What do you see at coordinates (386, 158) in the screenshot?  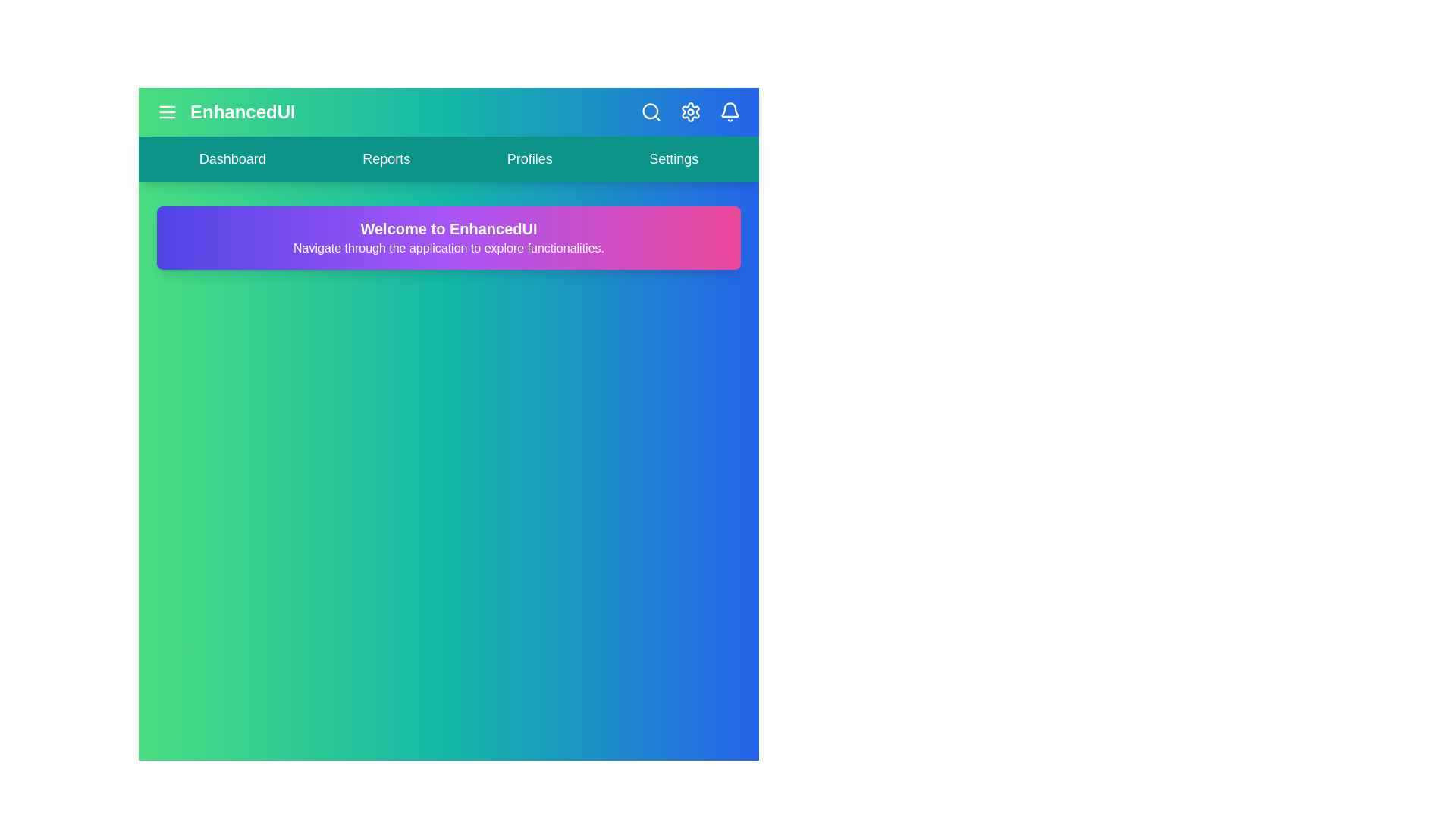 I see `the navigation link labeled 'Reports' to preview its hover effect` at bounding box center [386, 158].